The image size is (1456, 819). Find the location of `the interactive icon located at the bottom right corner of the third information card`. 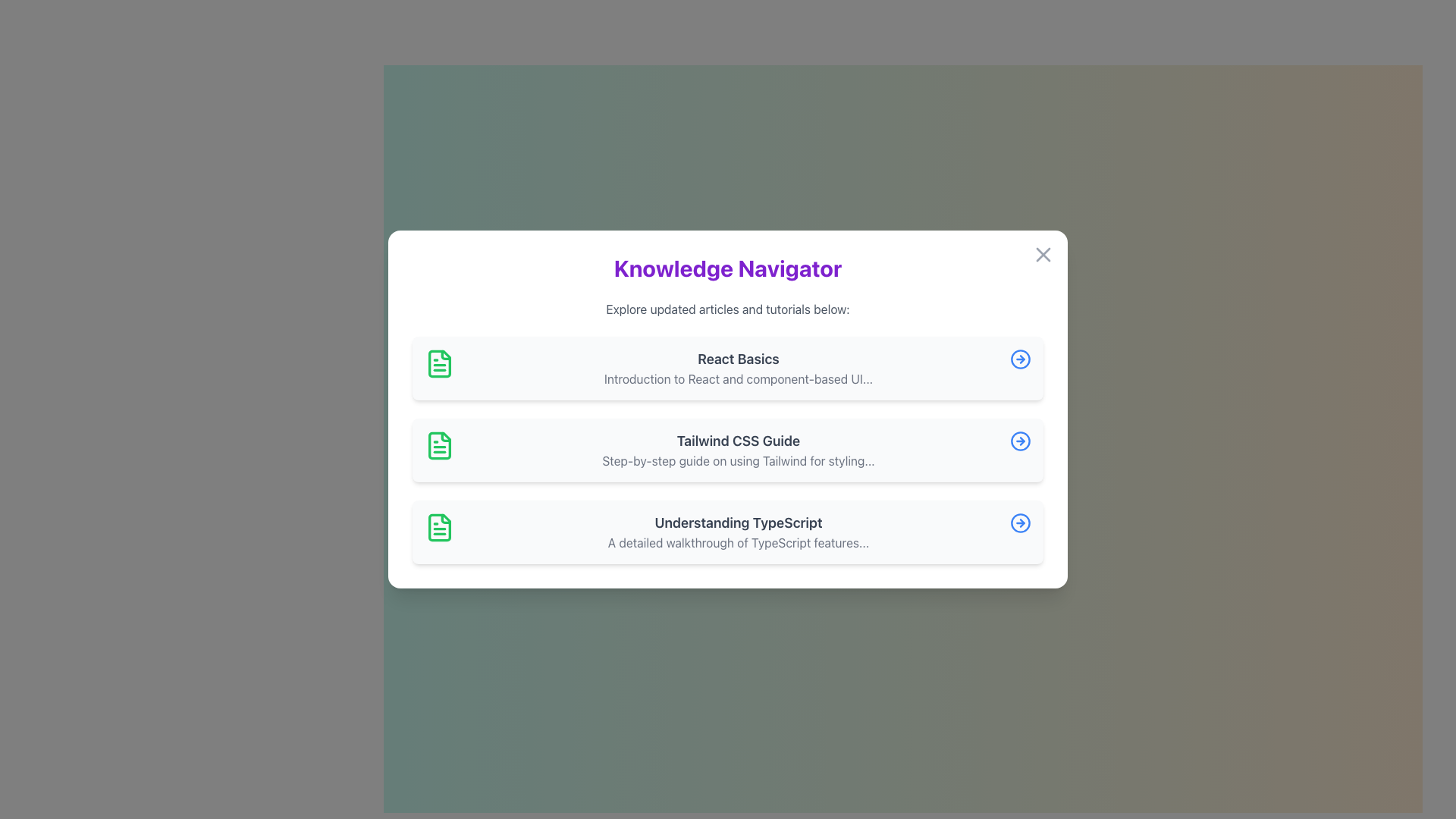

the interactive icon located at the bottom right corner of the third information card is located at coordinates (1020, 522).